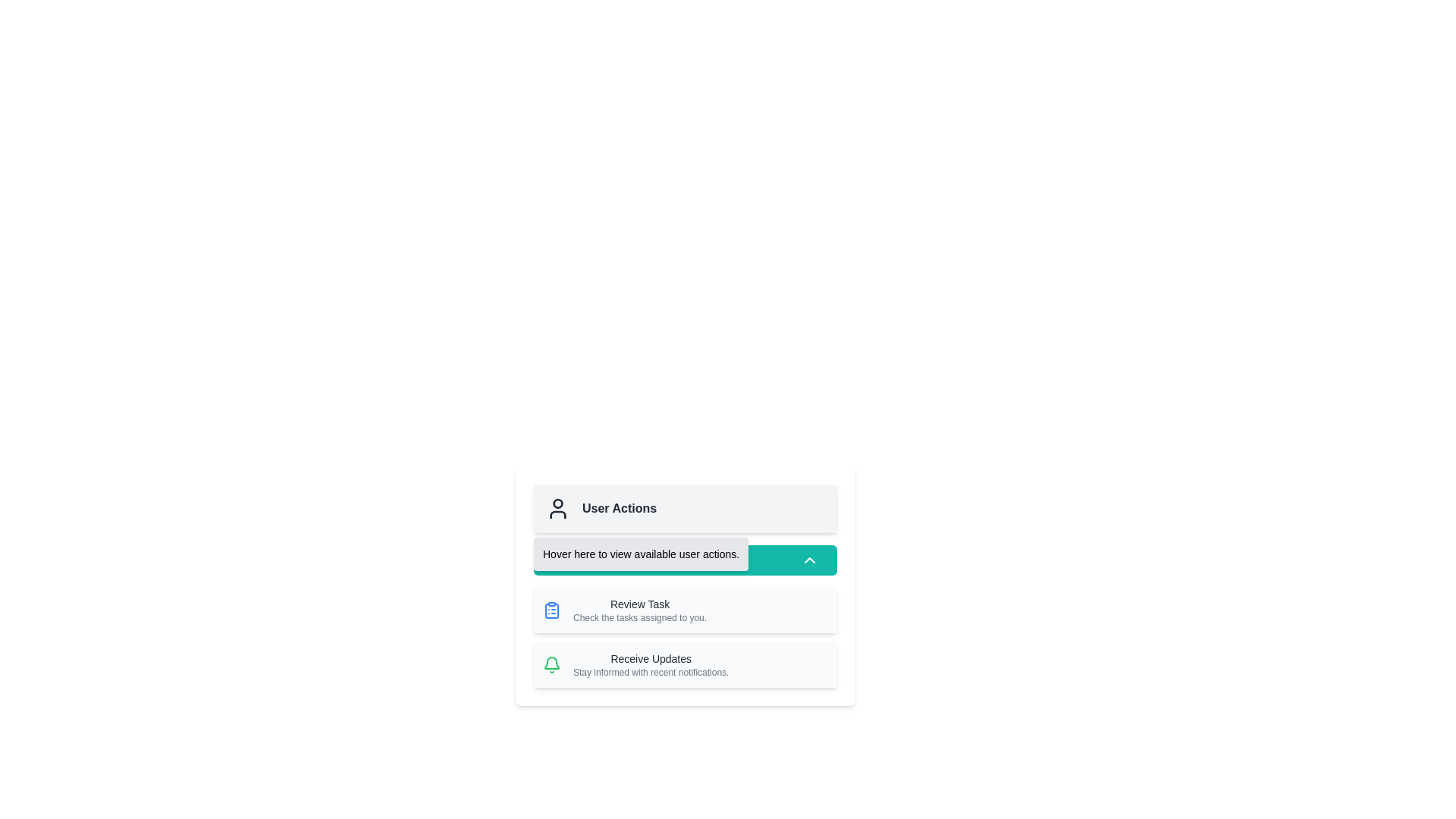  What do you see at coordinates (651, 664) in the screenshot?
I see `the Text Element (Title and Description) located at the bottom of the 'User Actions' section, directly below the 'Review Task' option, aligned to the left` at bounding box center [651, 664].